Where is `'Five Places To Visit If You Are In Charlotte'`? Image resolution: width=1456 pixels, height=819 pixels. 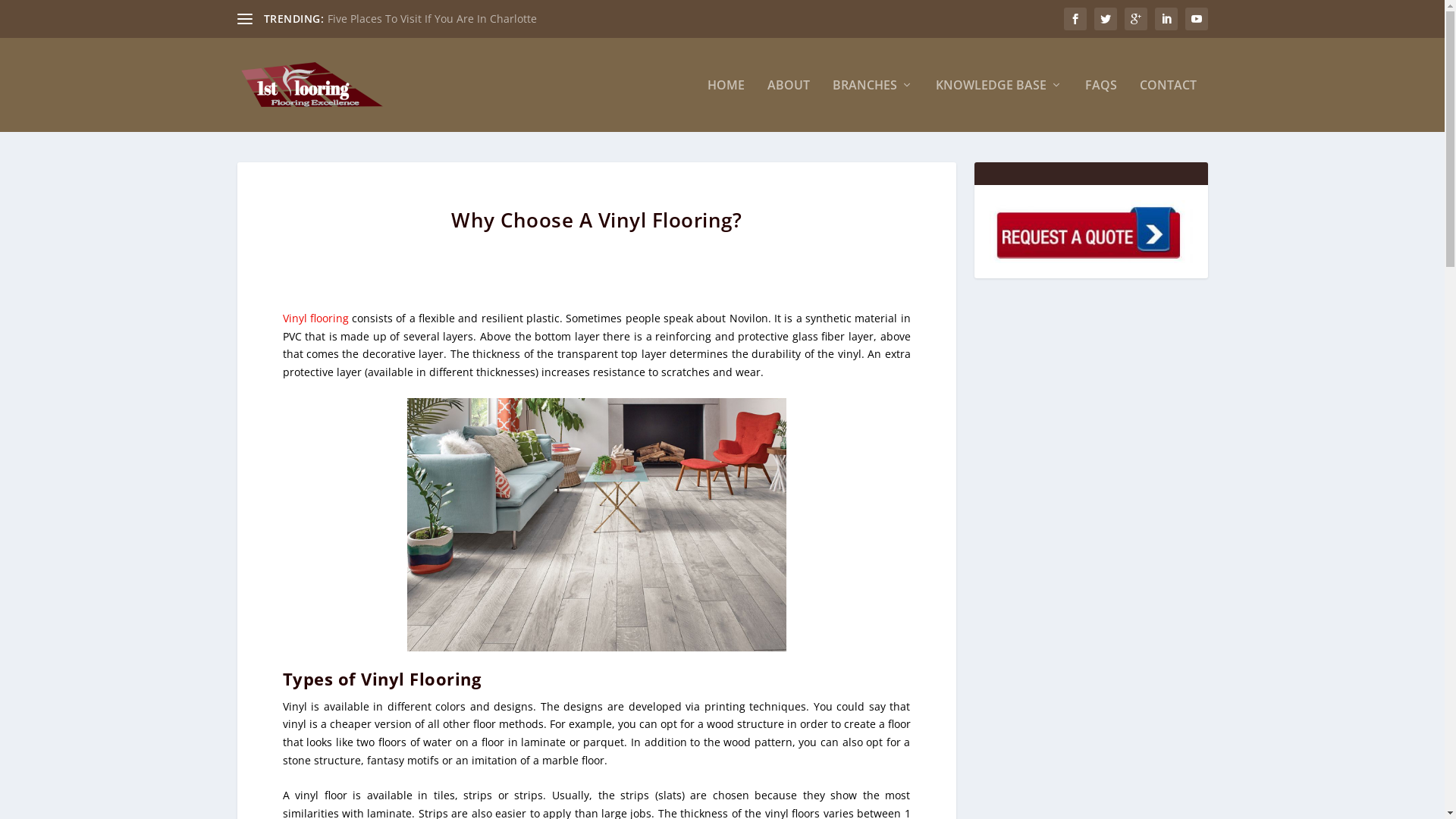 'Five Places To Visit If You Are In Charlotte' is located at coordinates (431, 18).